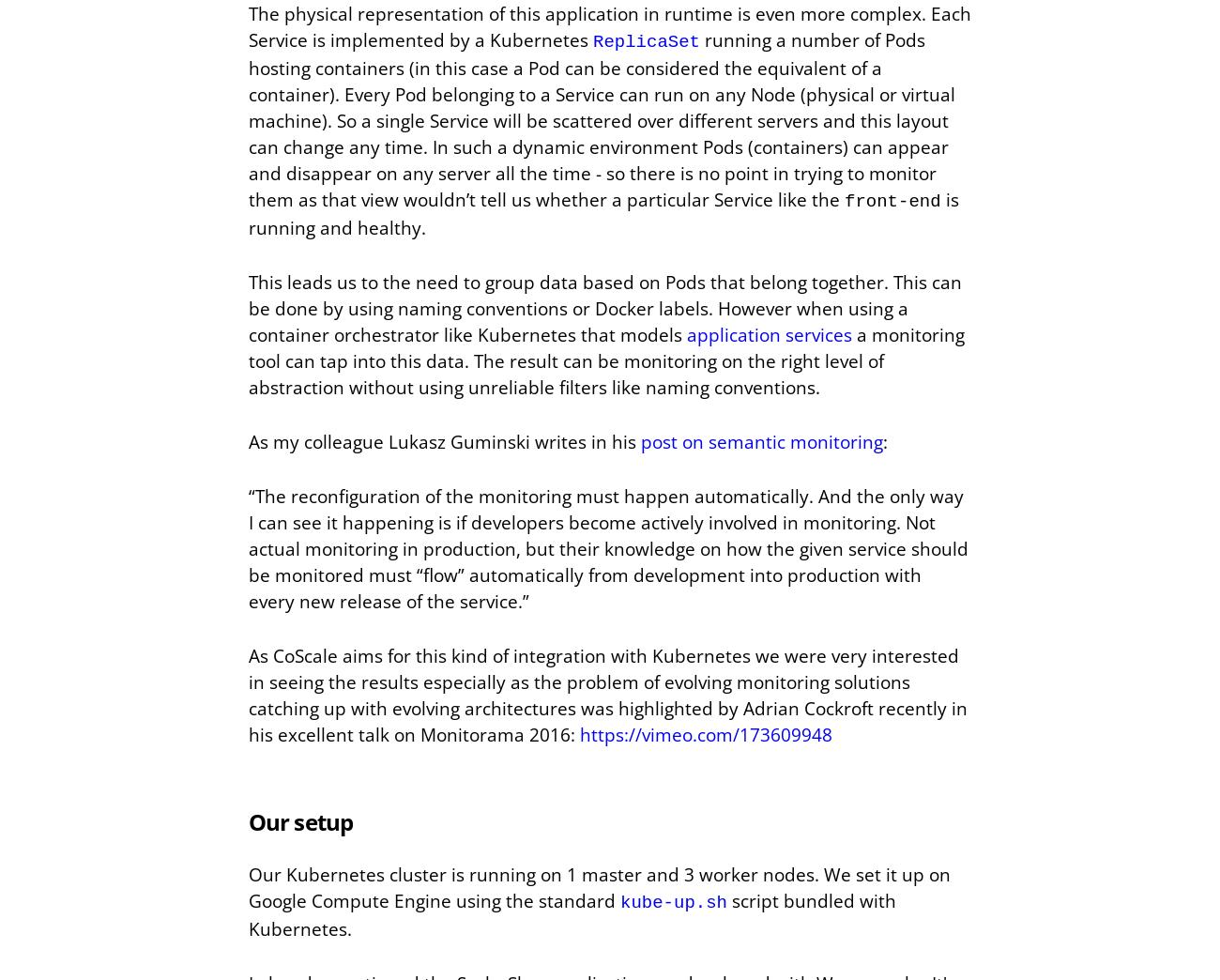 This screenshot has width=1220, height=980. I want to click on '“The reconfiguration of the monitoring must happen automatically. And the only way I can see it happening is if developers become actively involved in monitoring. Not actual monitoring in production, but their knowledge on how the given service should be monitored must “flow” automatically from development into production with every new release of the service.”', so click(247, 547).